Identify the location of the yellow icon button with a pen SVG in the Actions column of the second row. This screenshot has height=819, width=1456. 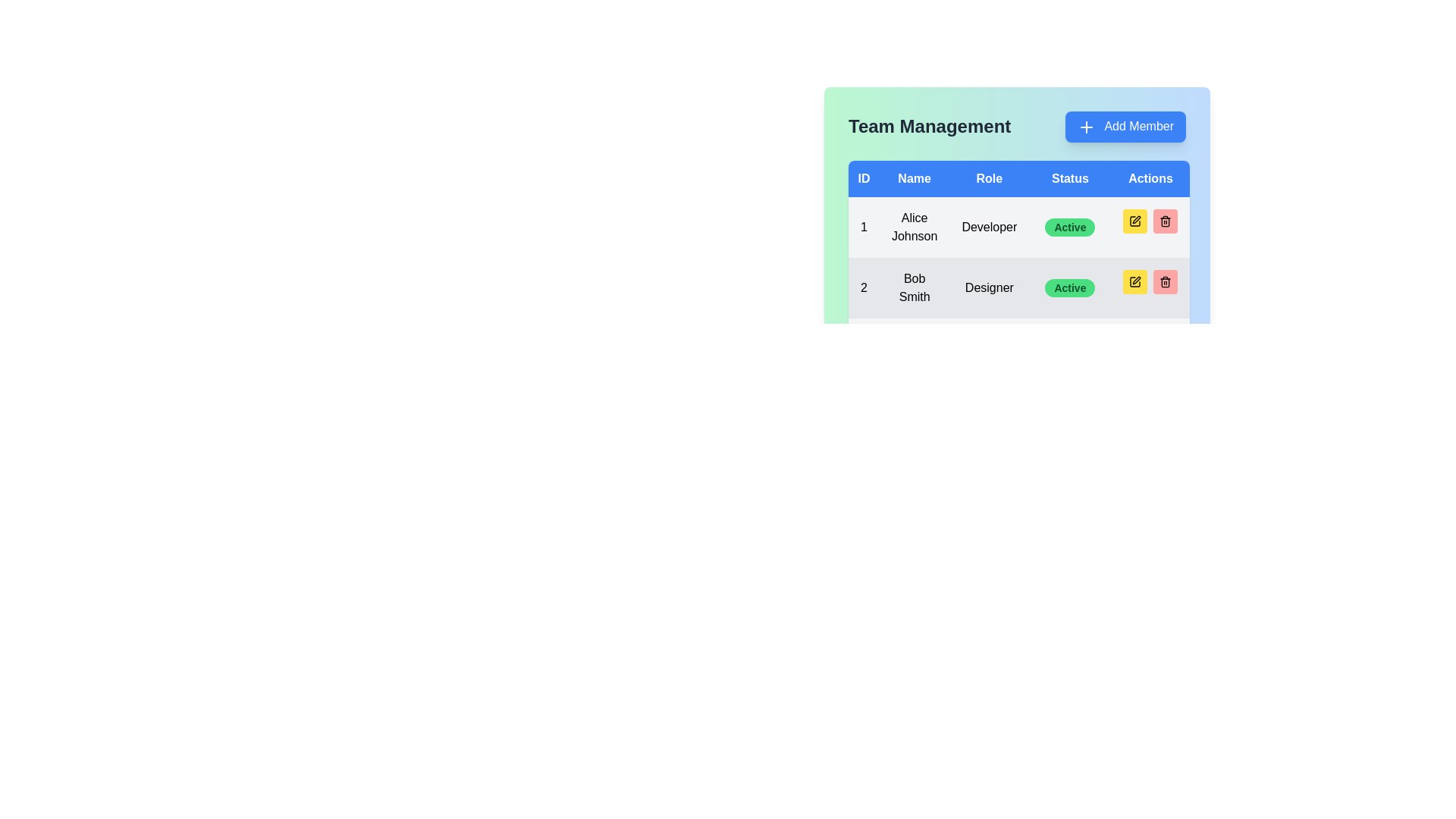
(1135, 281).